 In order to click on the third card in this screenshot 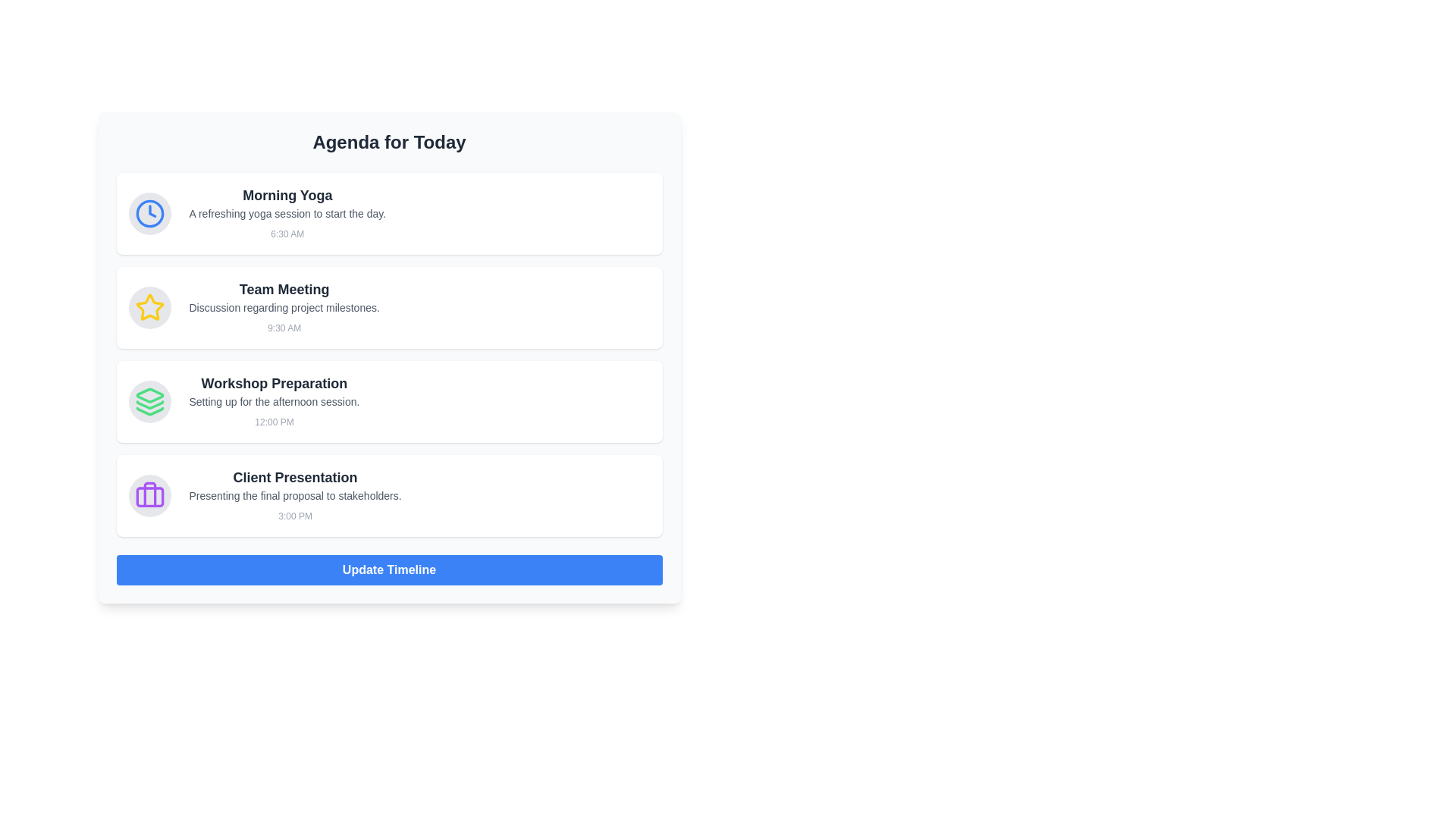, I will do `click(389, 400)`.